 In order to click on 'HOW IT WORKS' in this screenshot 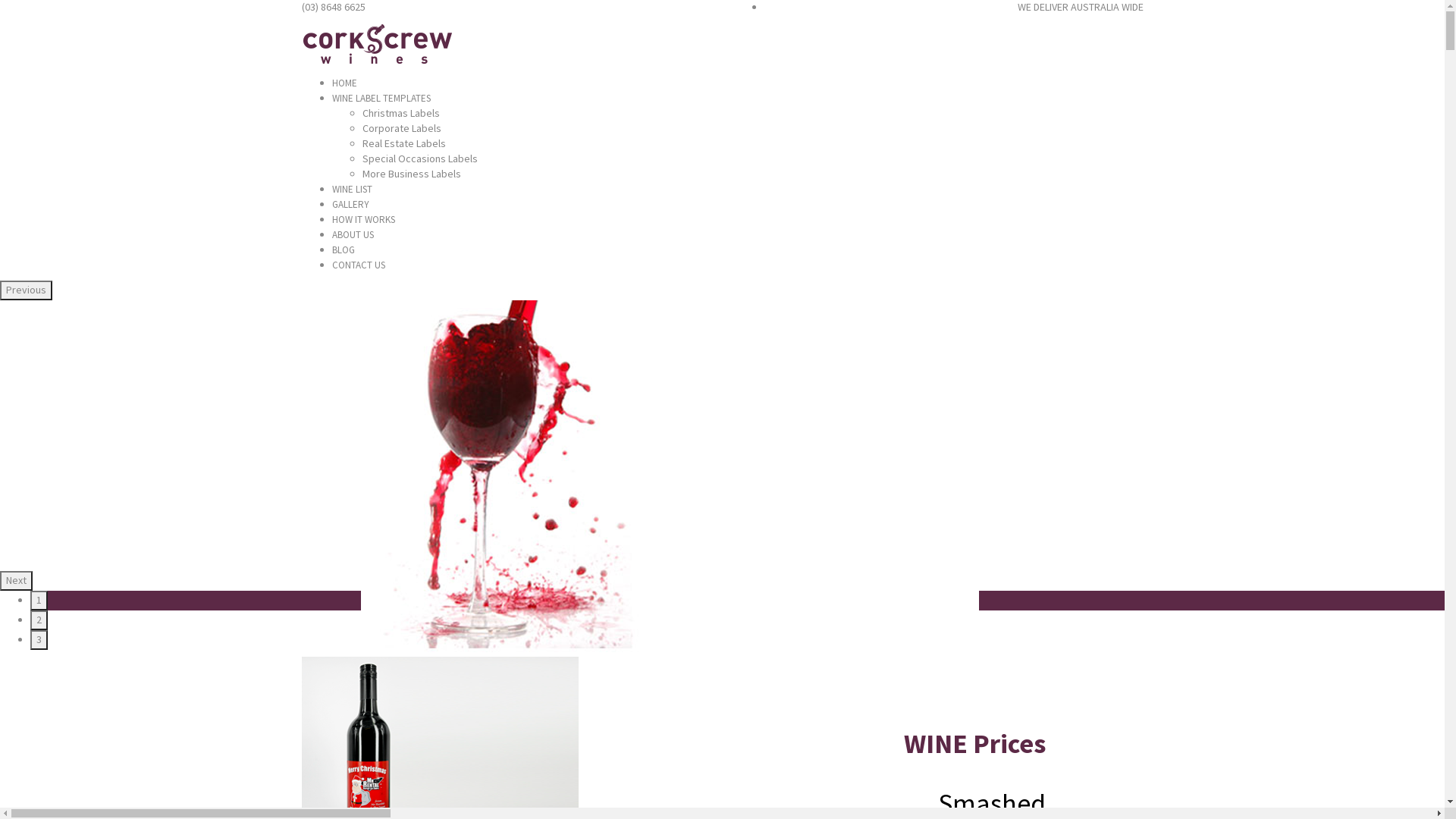, I will do `click(362, 219)`.